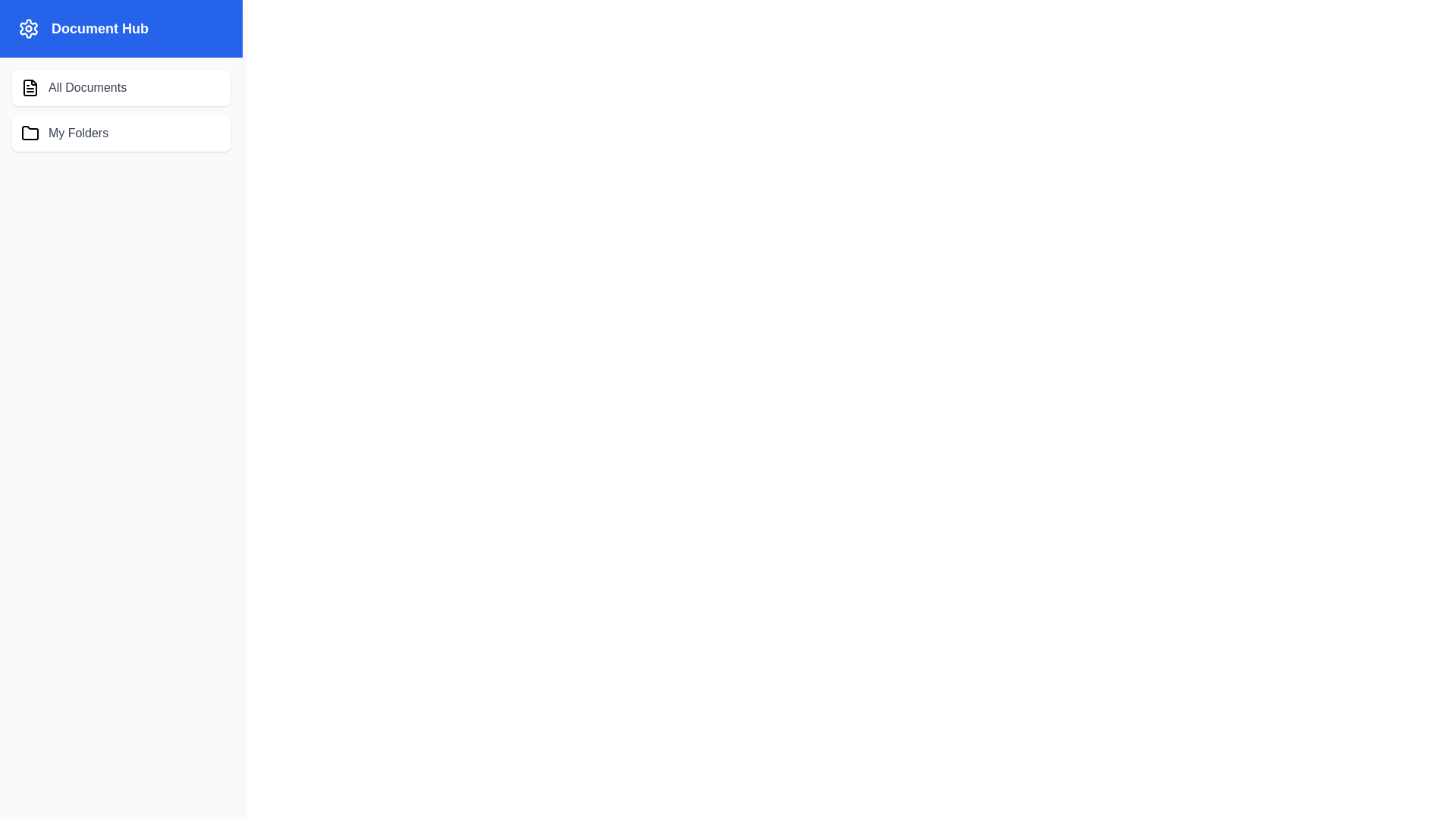 Image resolution: width=1456 pixels, height=819 pixels. What do you see at coordinates (120, 29) in the screenshot?
I see `the 'Document Hub' section in the header` at bounding box center [120, 29].